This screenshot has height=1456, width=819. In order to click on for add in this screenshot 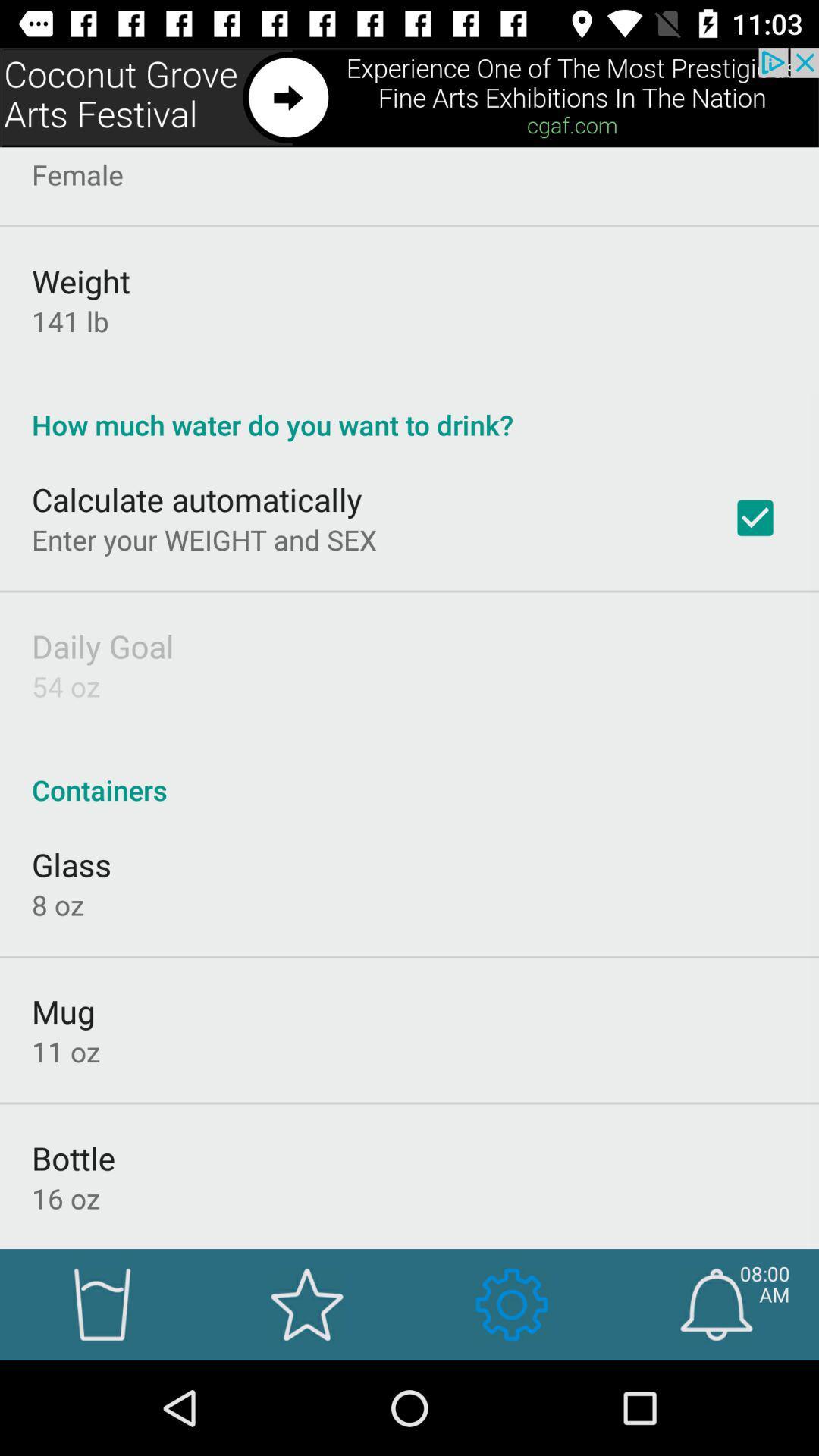, I will do `click(409, 96)`.